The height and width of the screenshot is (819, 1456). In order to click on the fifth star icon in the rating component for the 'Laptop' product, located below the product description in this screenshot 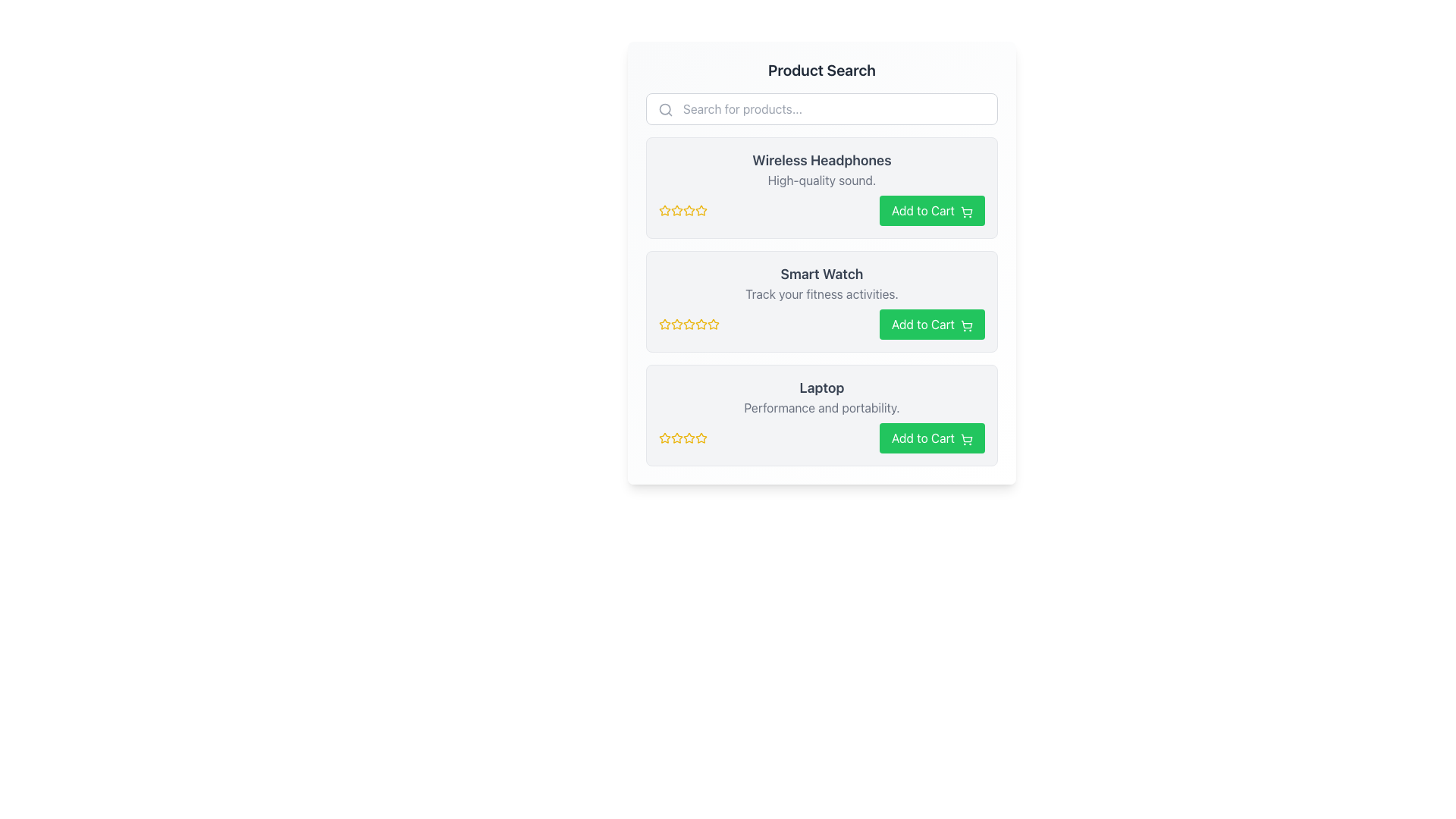, I will do `click(701, 438)`.